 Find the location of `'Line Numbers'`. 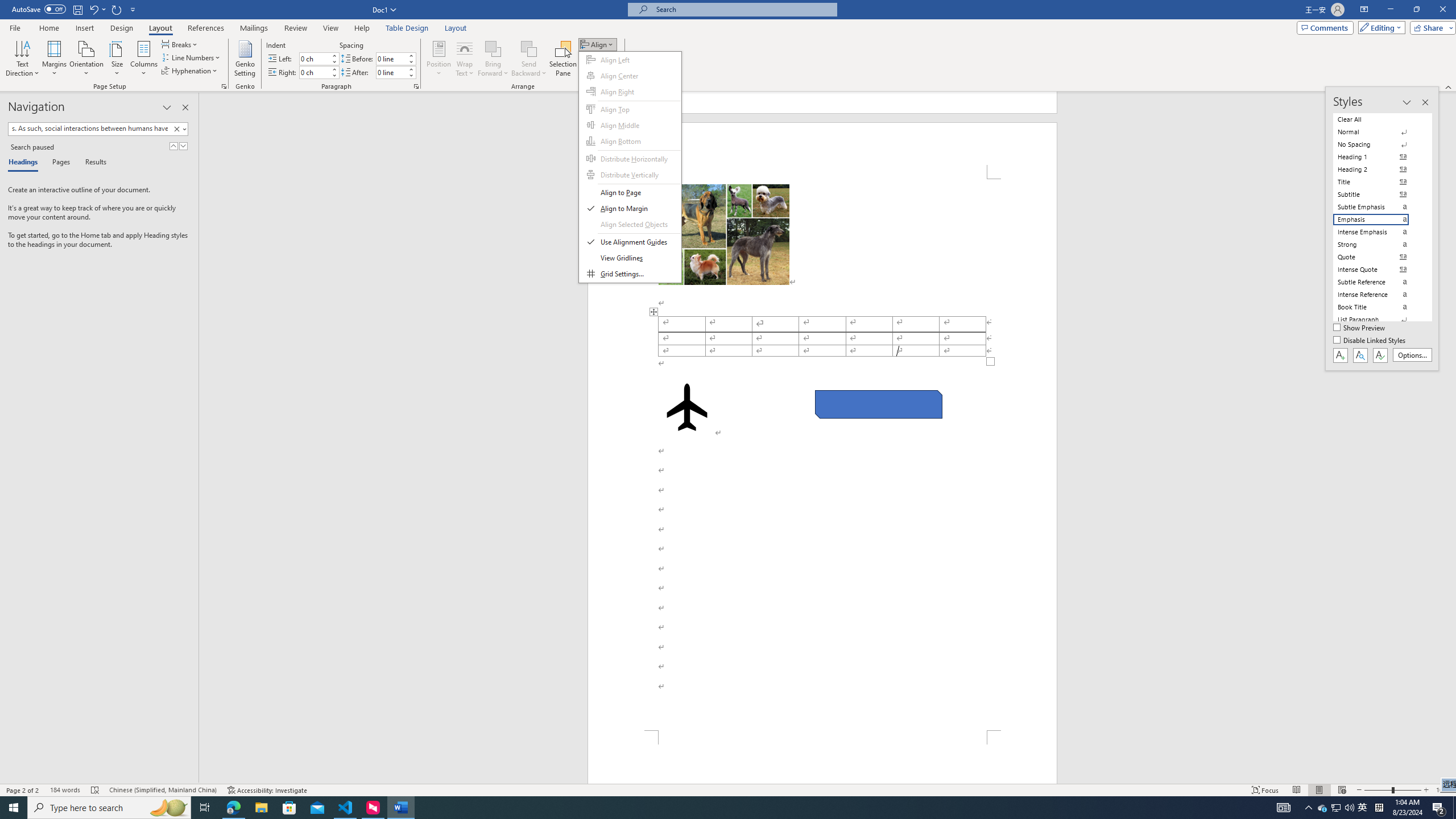

'Line Numbers' is located at coordinates (191, 56).